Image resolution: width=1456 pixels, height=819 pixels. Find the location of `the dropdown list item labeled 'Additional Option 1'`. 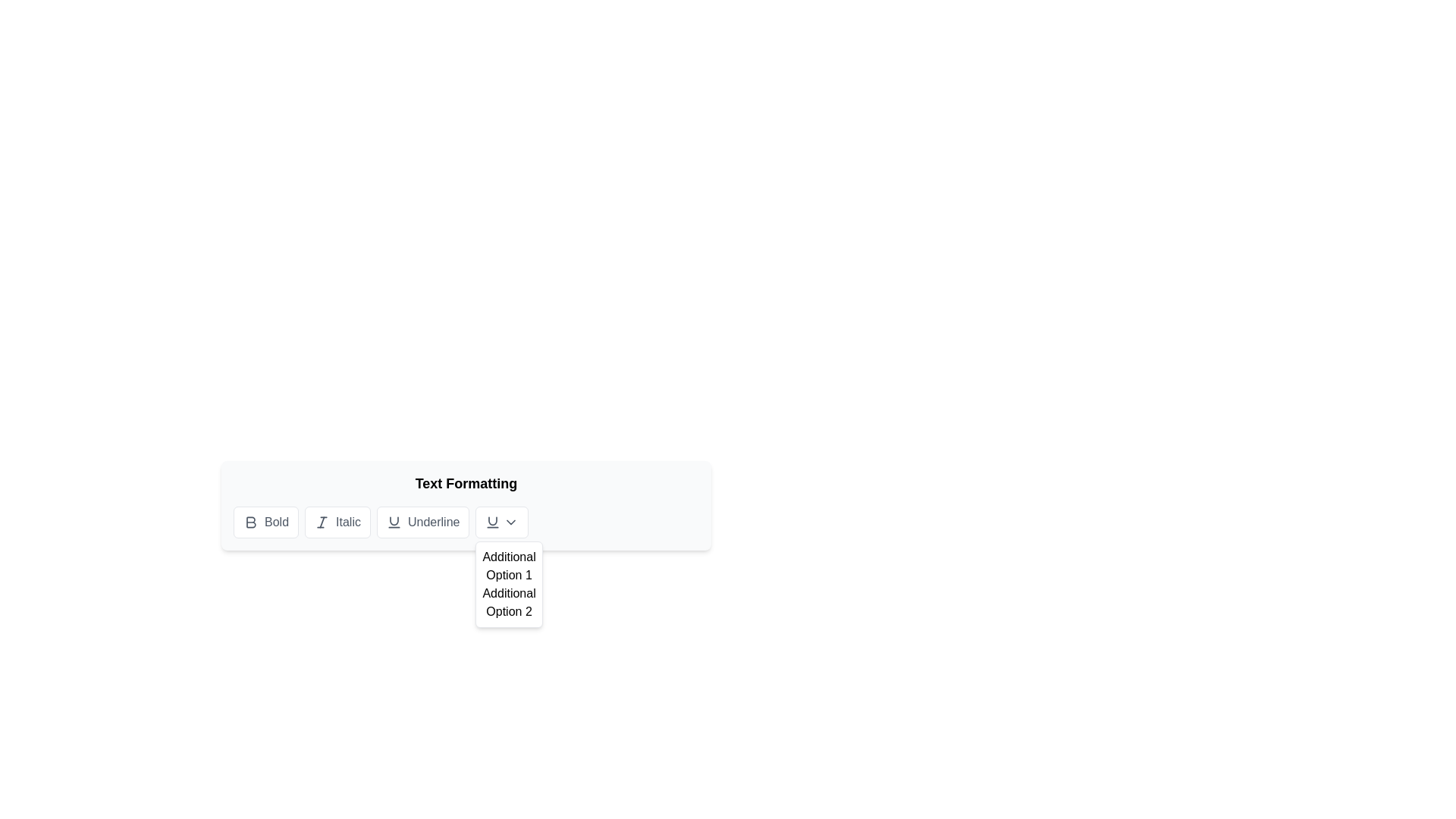

the dropdown list item labeled 'Additional Option 1' is located at coordinates (509, 566).